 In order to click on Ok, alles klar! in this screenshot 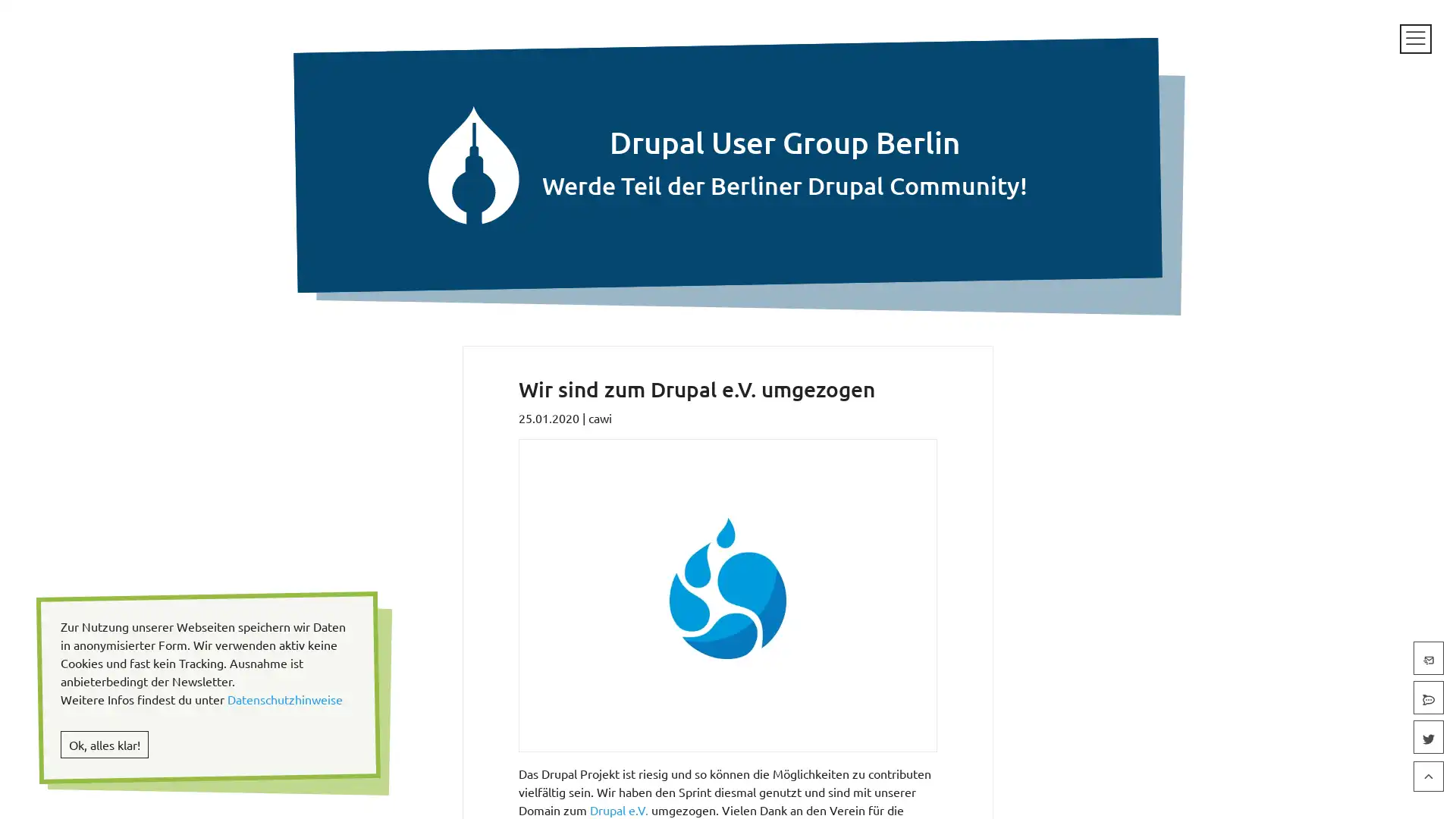, I will do `click(104, 744)`.